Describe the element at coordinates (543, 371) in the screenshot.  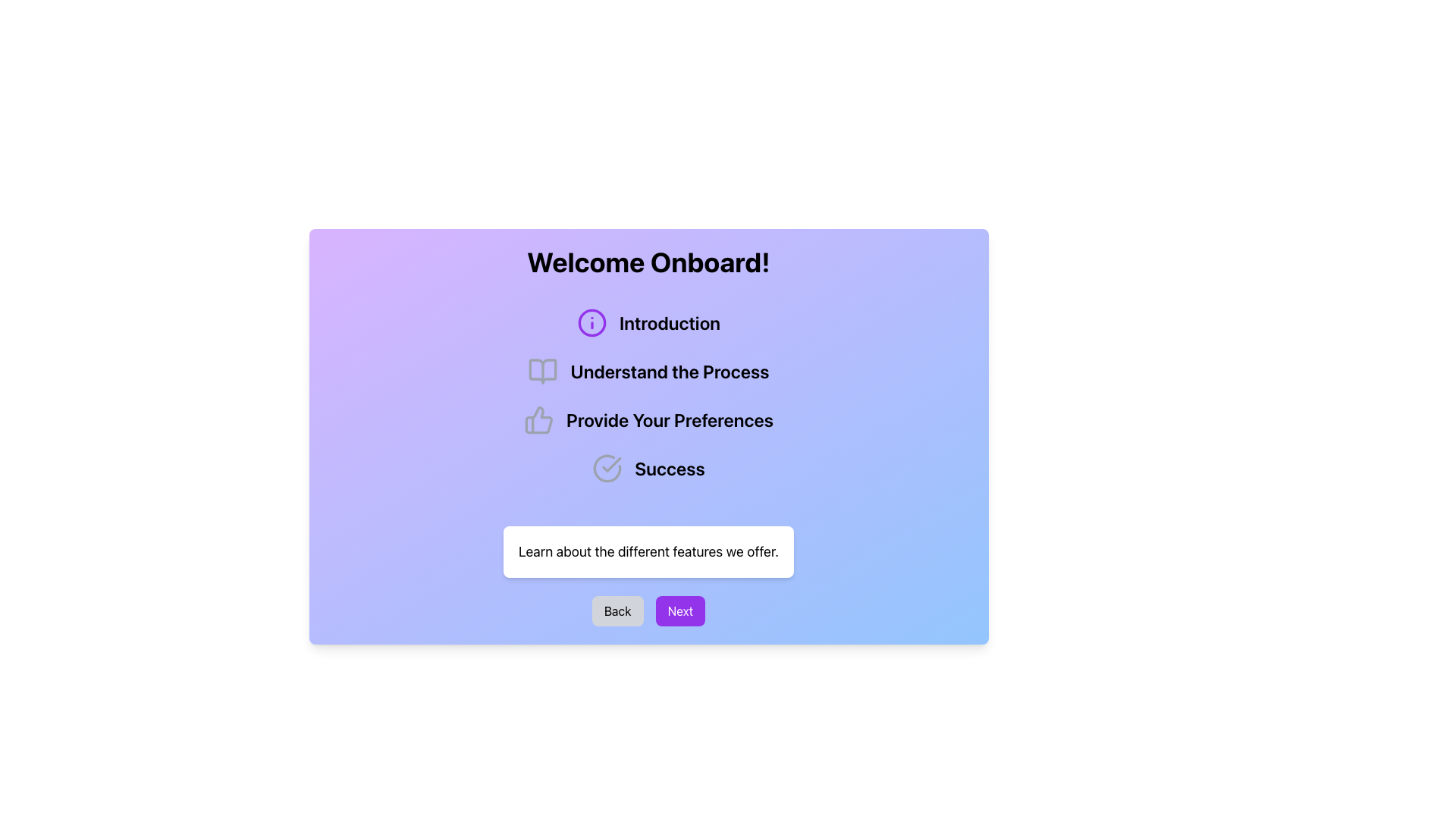
I see `the book icon located to the left of the 'Understand the Process' text` at that location.